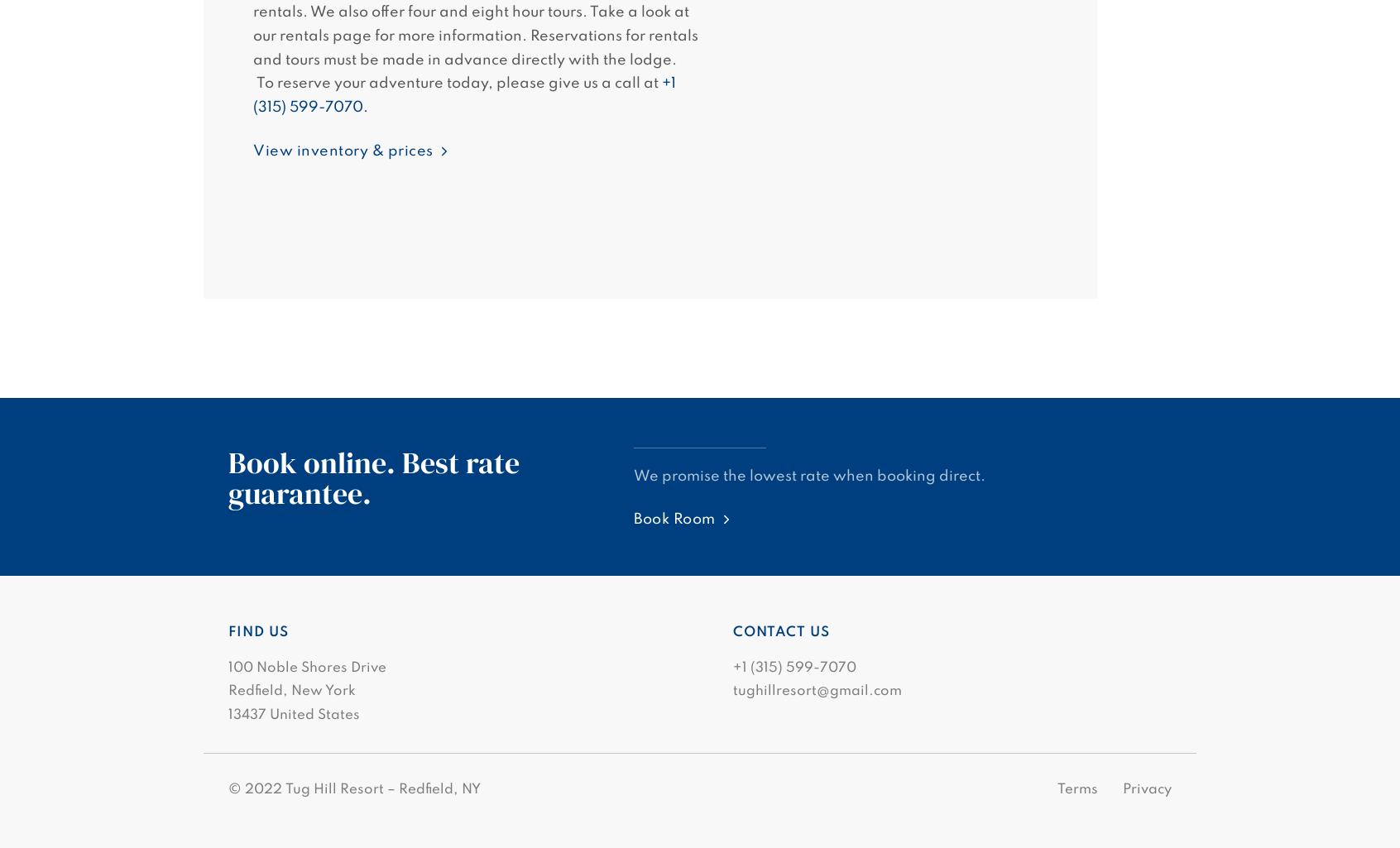  What do you see at coordinates (257, 632) in the screenshot?
I see `'FIND US'` at bounding box center [257, 632].